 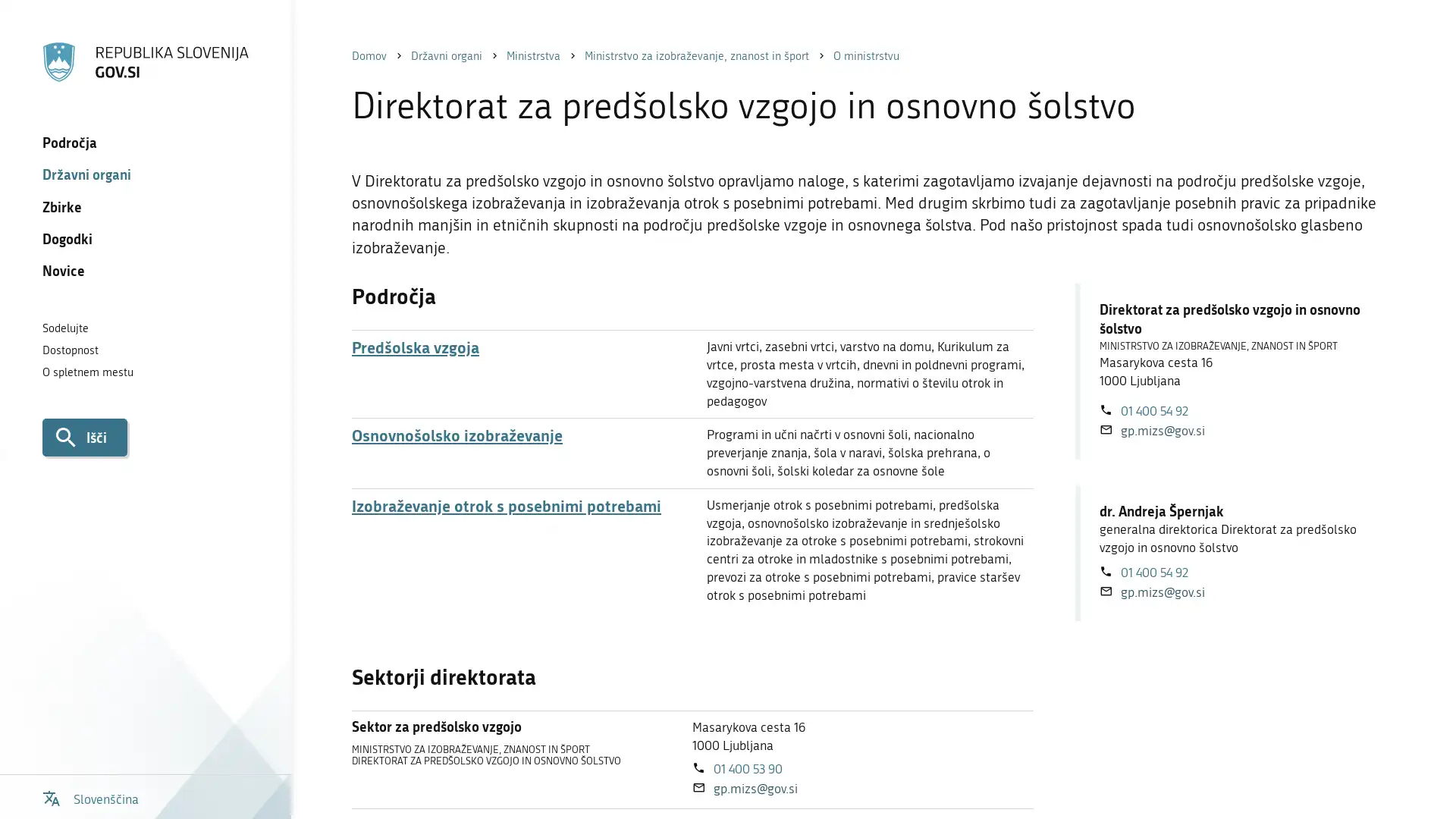 What do you see at coordinates (83, 436) in the screenshot?
I see `Iskalnik` at bounding box center [83, 436].